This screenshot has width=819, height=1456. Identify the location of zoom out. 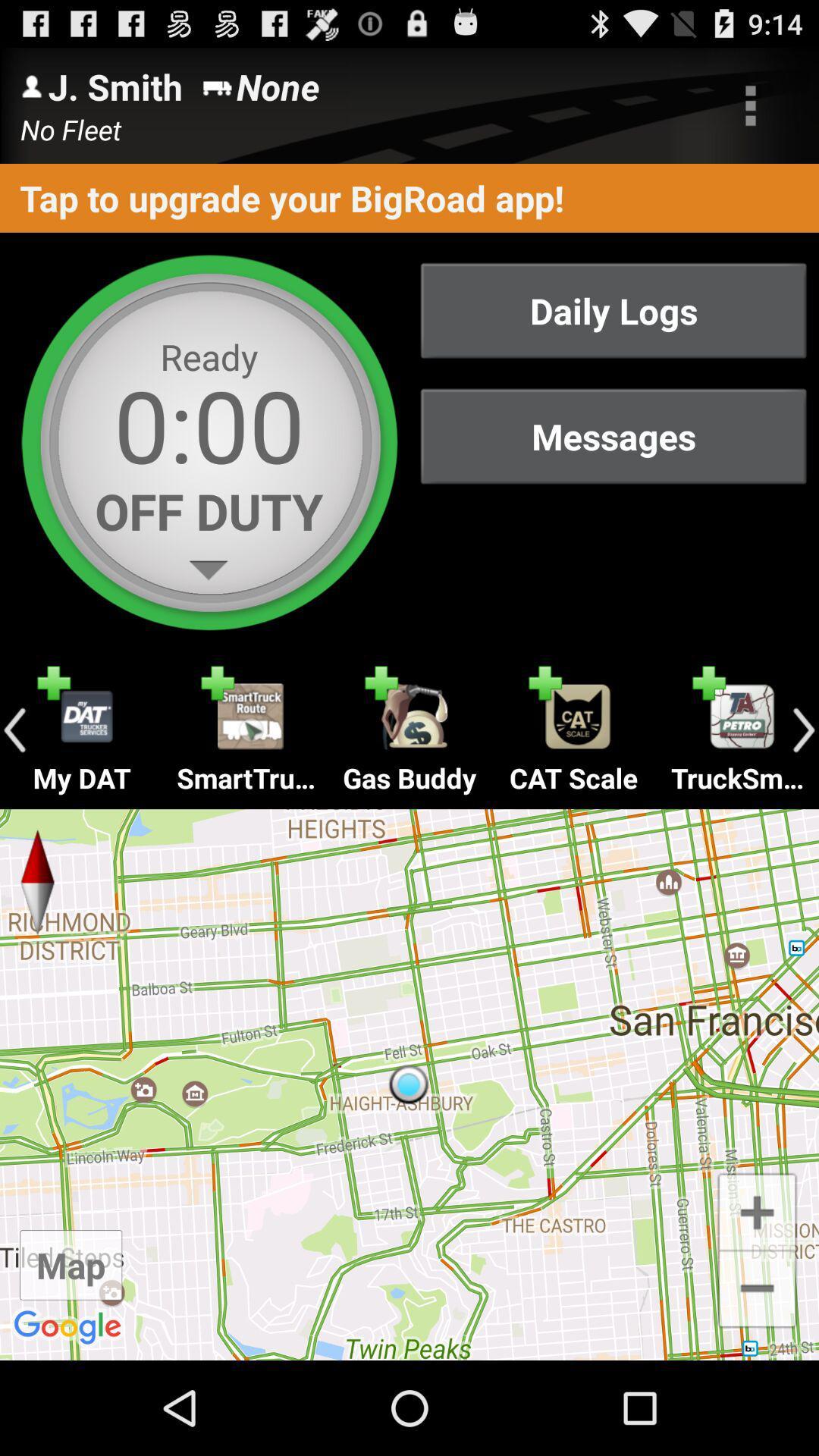
(757, 1289).